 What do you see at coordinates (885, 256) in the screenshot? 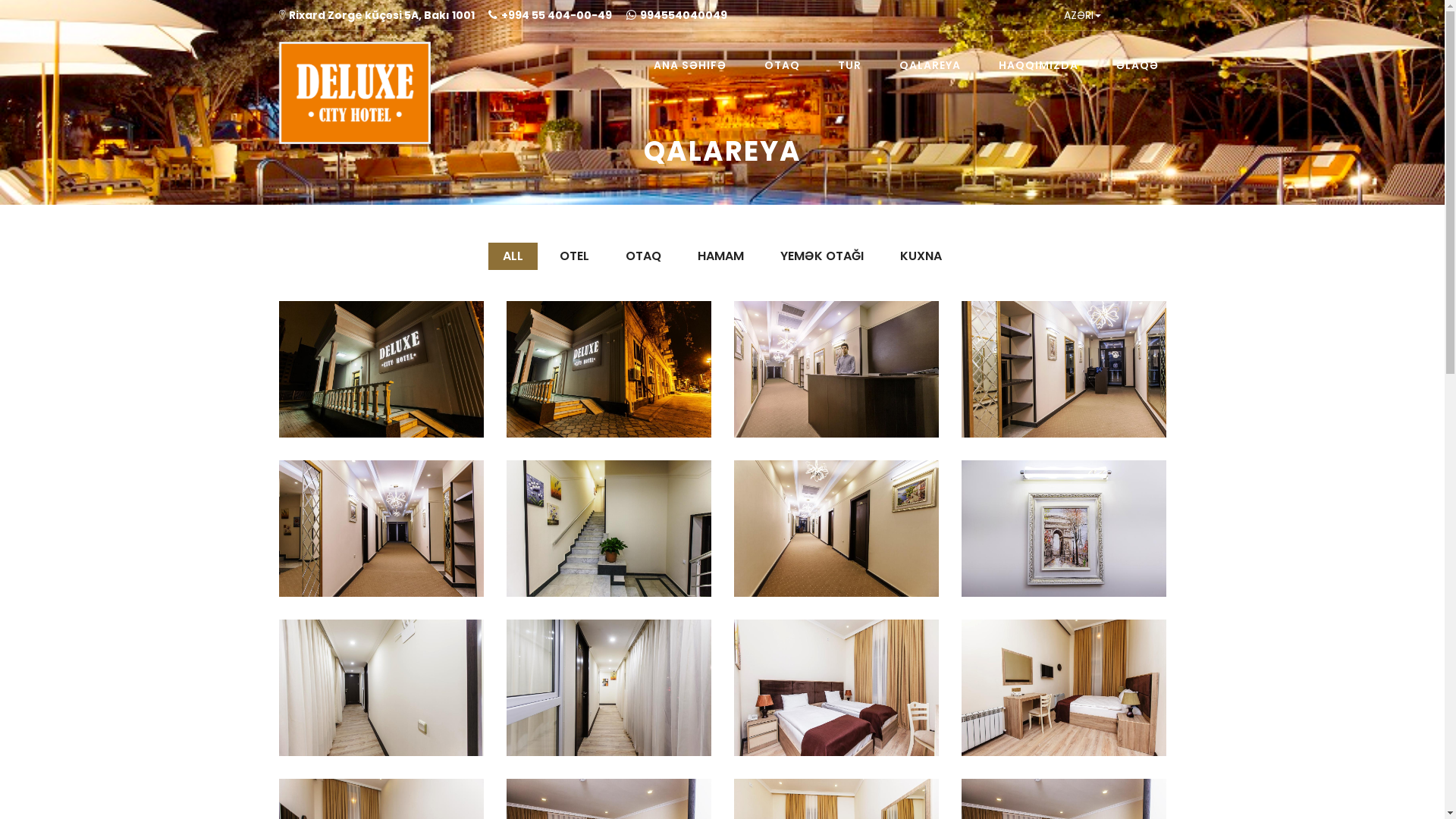
I see `'KUXNA'` at bounding box center [885, 256].